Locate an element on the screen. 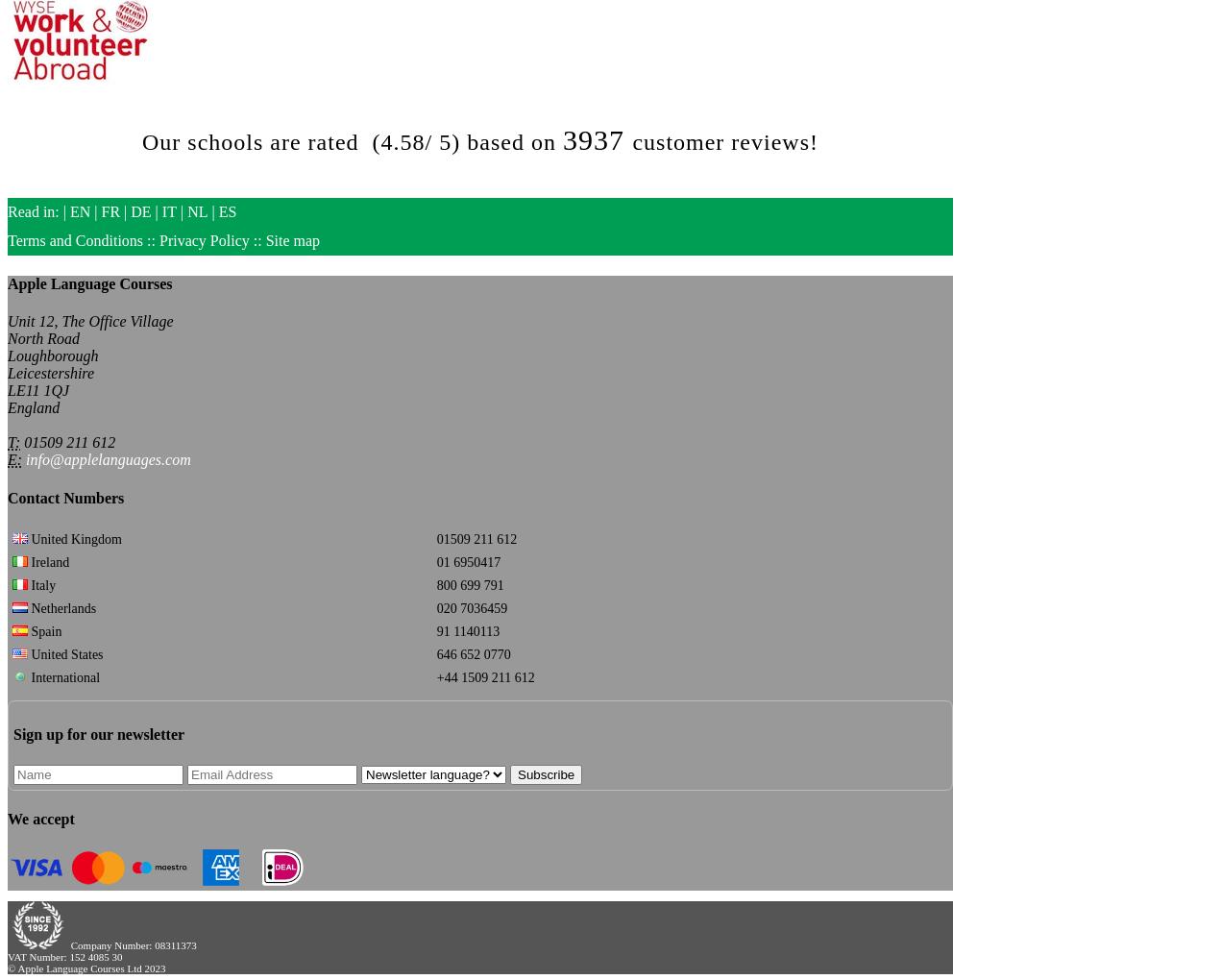 The height and width of the screenshot is (980, 1221). '01 6950417' is located at coordinates (467, 561).